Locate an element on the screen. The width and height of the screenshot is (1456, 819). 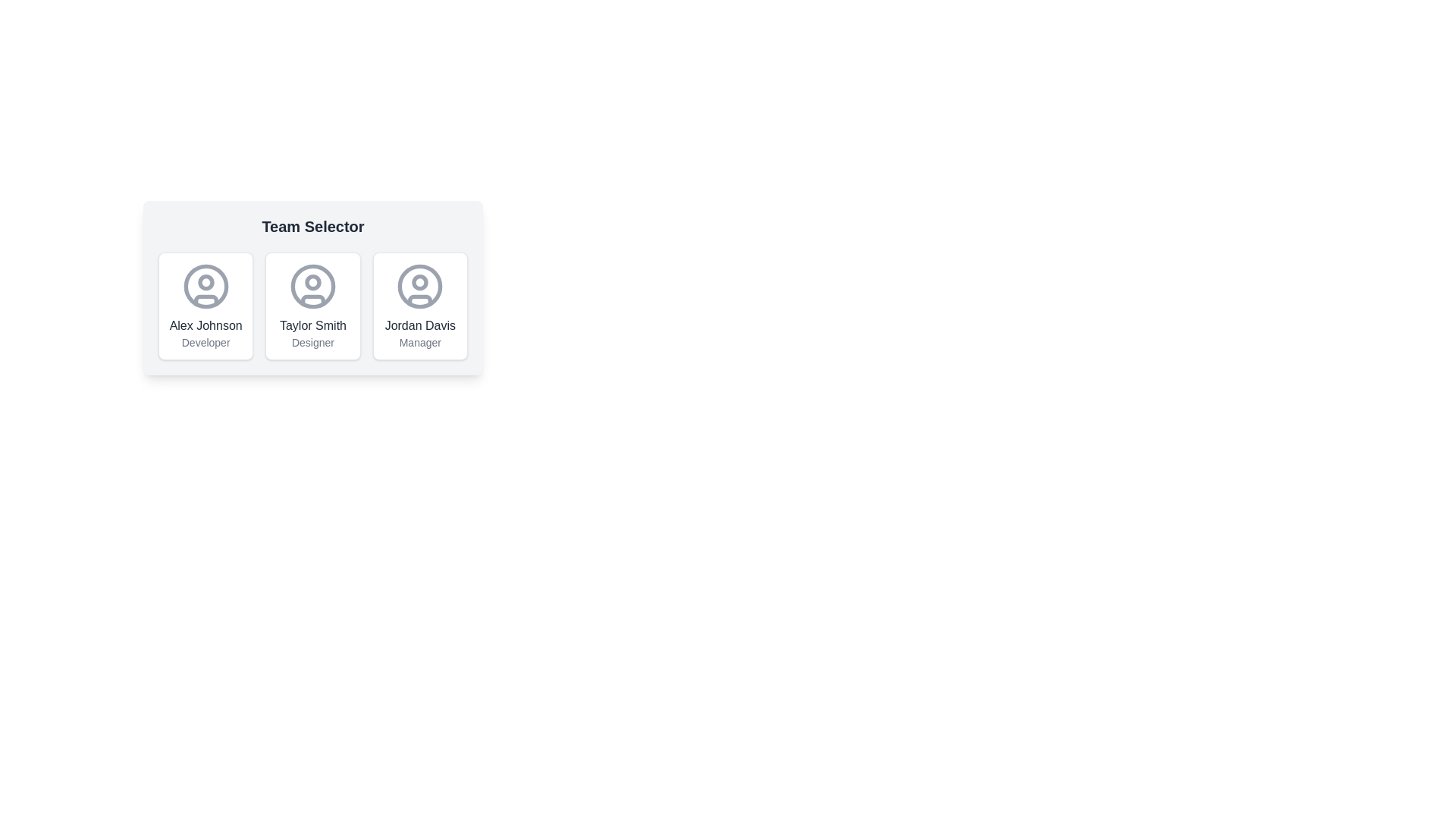
the Circle element representing the status or attribute related to Jordan Davis's user profile, which is located inside his profile icon is located at coordinates (420, 282).